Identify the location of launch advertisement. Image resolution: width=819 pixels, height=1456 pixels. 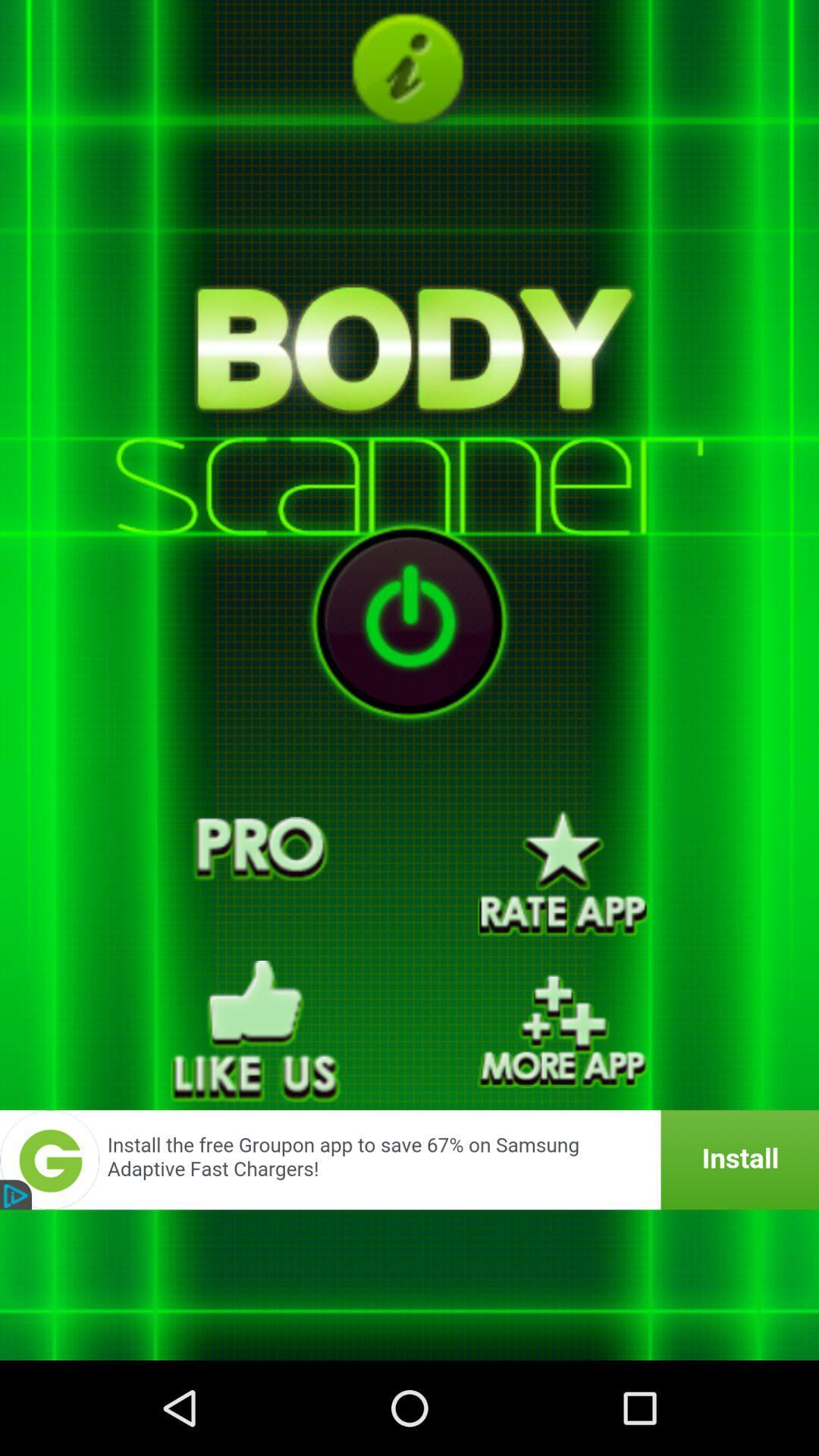
(409, 1159).